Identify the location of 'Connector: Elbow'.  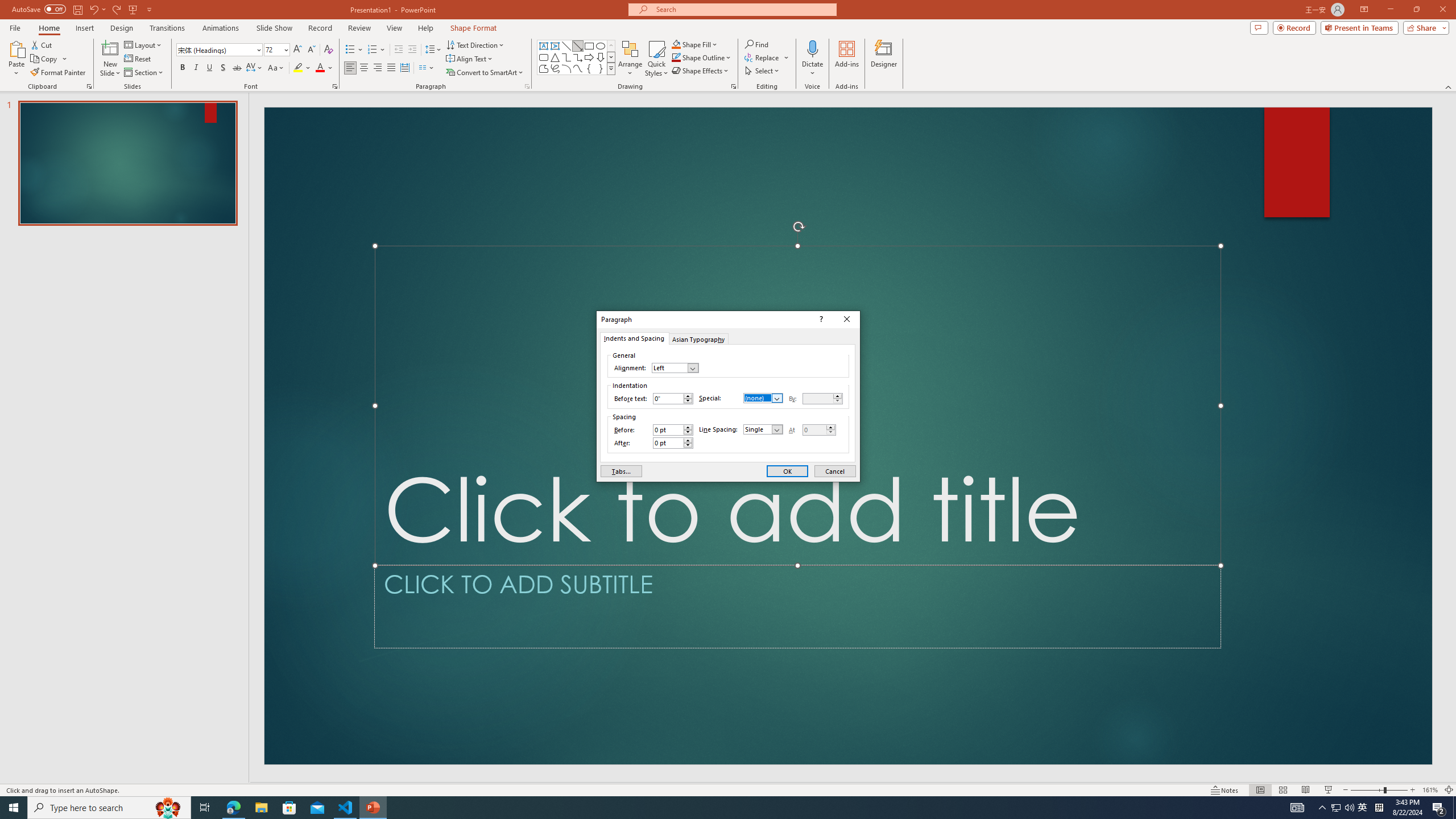
(565, 56).